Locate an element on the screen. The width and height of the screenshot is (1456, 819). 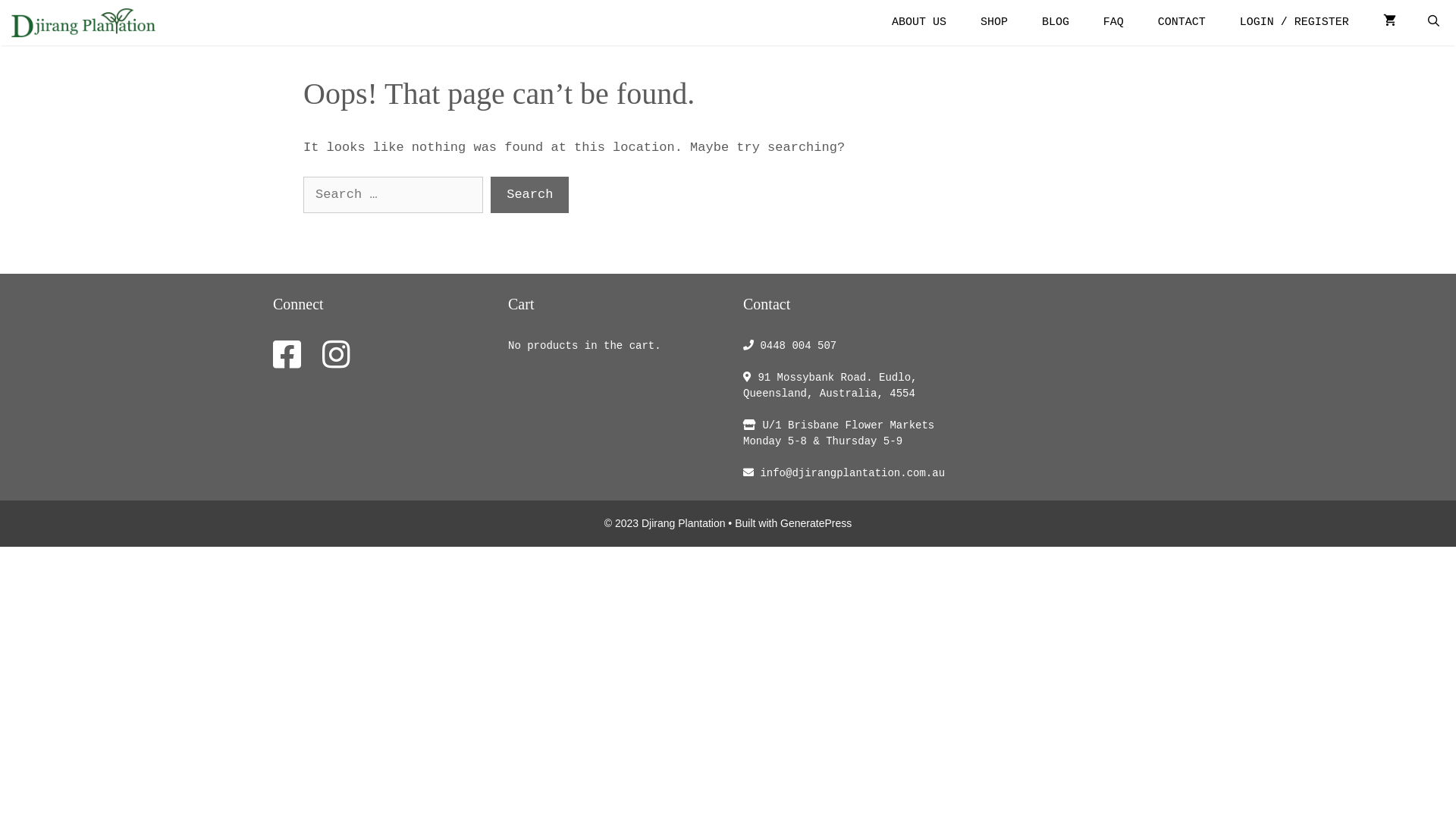
'Djirang Plantation' is located at coordinates (86, 23).